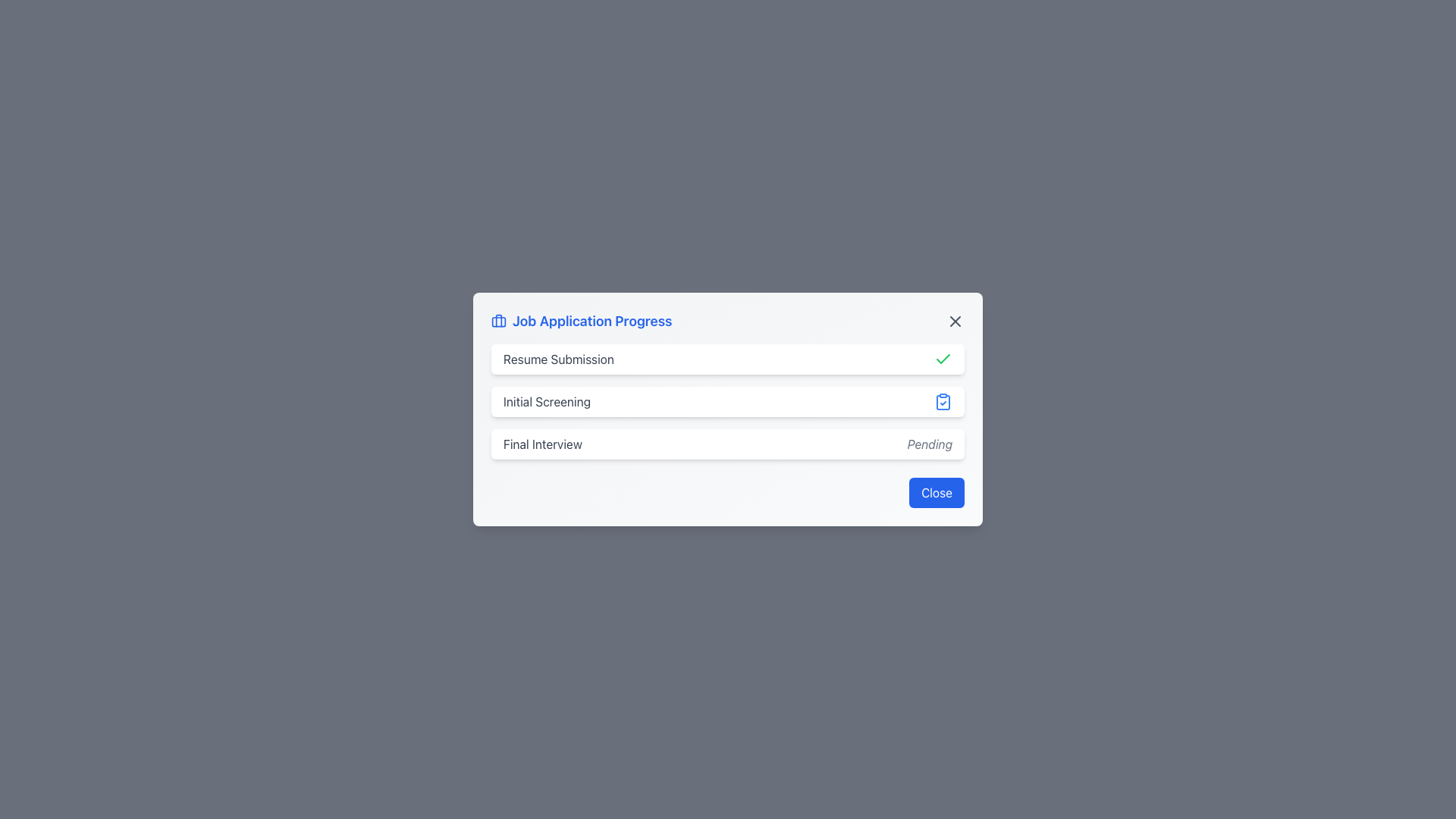 This screenshot has height=819, width=1456. Describe the element at coordinates (929, 444) in the screenshot. I see `the visual status indicator text label located in the third row of the list-style interface, positioned to the far right of the 'Final Interview' text label` at that location.